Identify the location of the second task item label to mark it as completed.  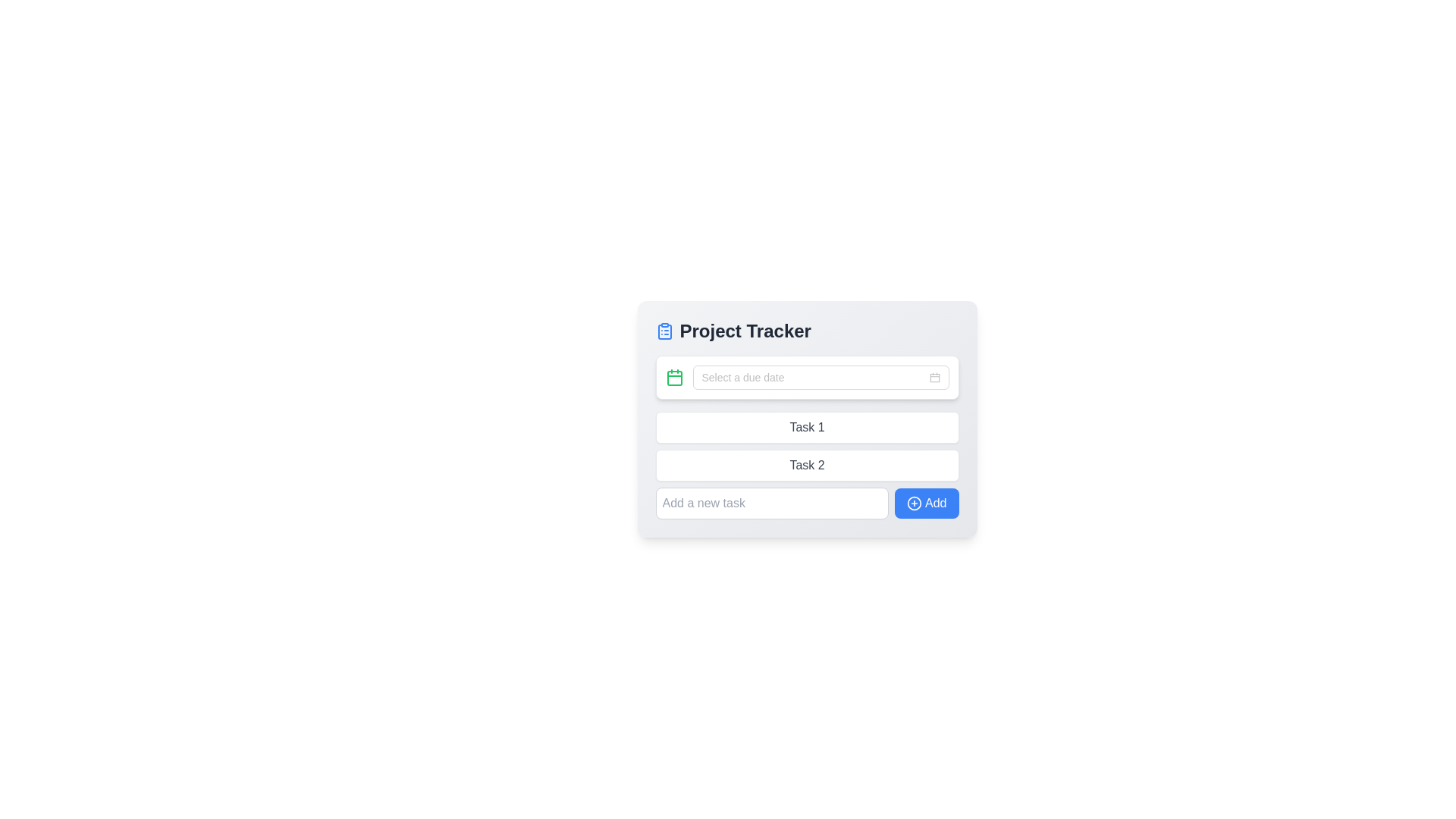
(806, 464).